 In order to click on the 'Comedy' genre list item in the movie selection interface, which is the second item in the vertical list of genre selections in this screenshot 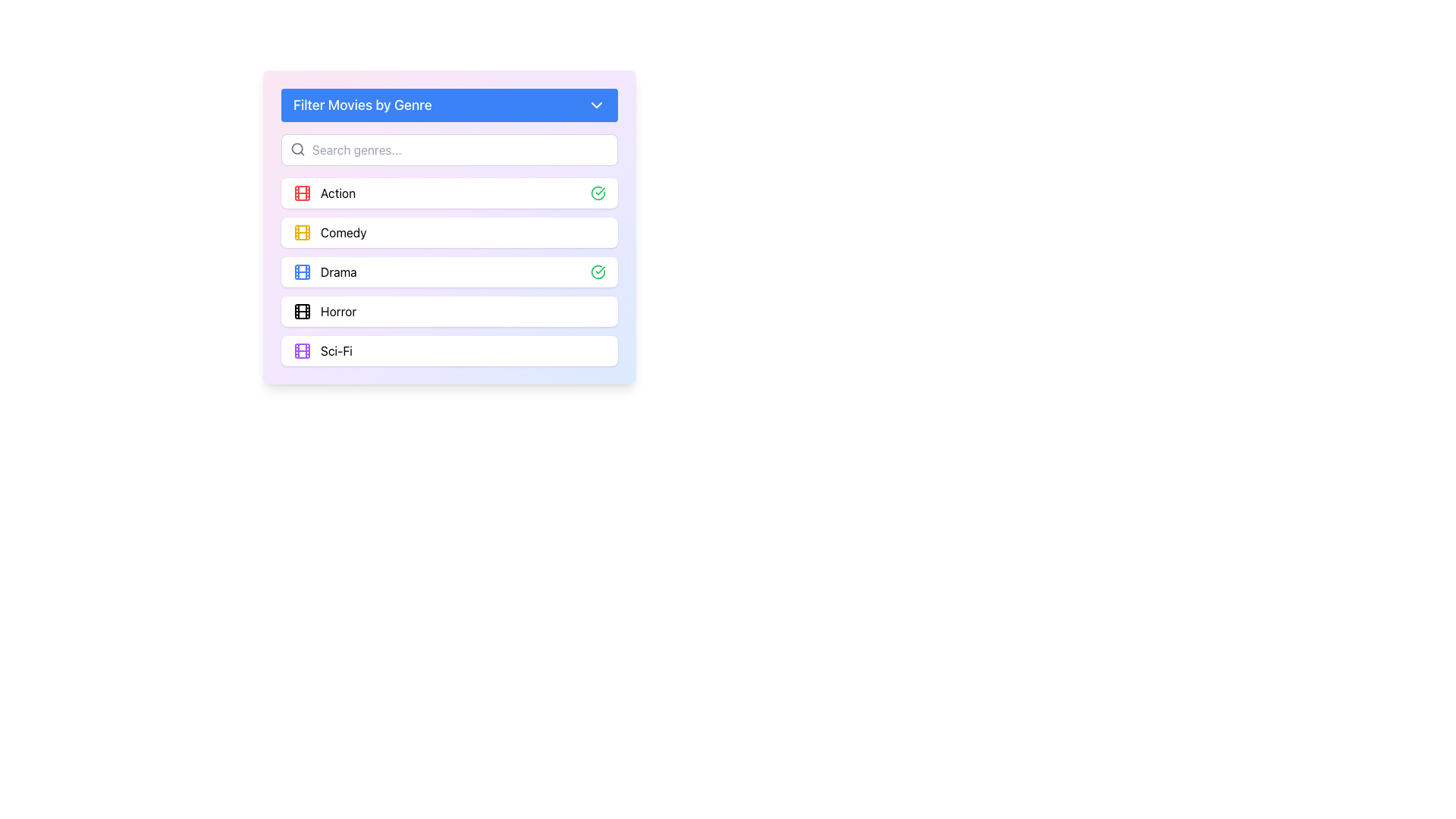, I will do `click(329, 233)`.